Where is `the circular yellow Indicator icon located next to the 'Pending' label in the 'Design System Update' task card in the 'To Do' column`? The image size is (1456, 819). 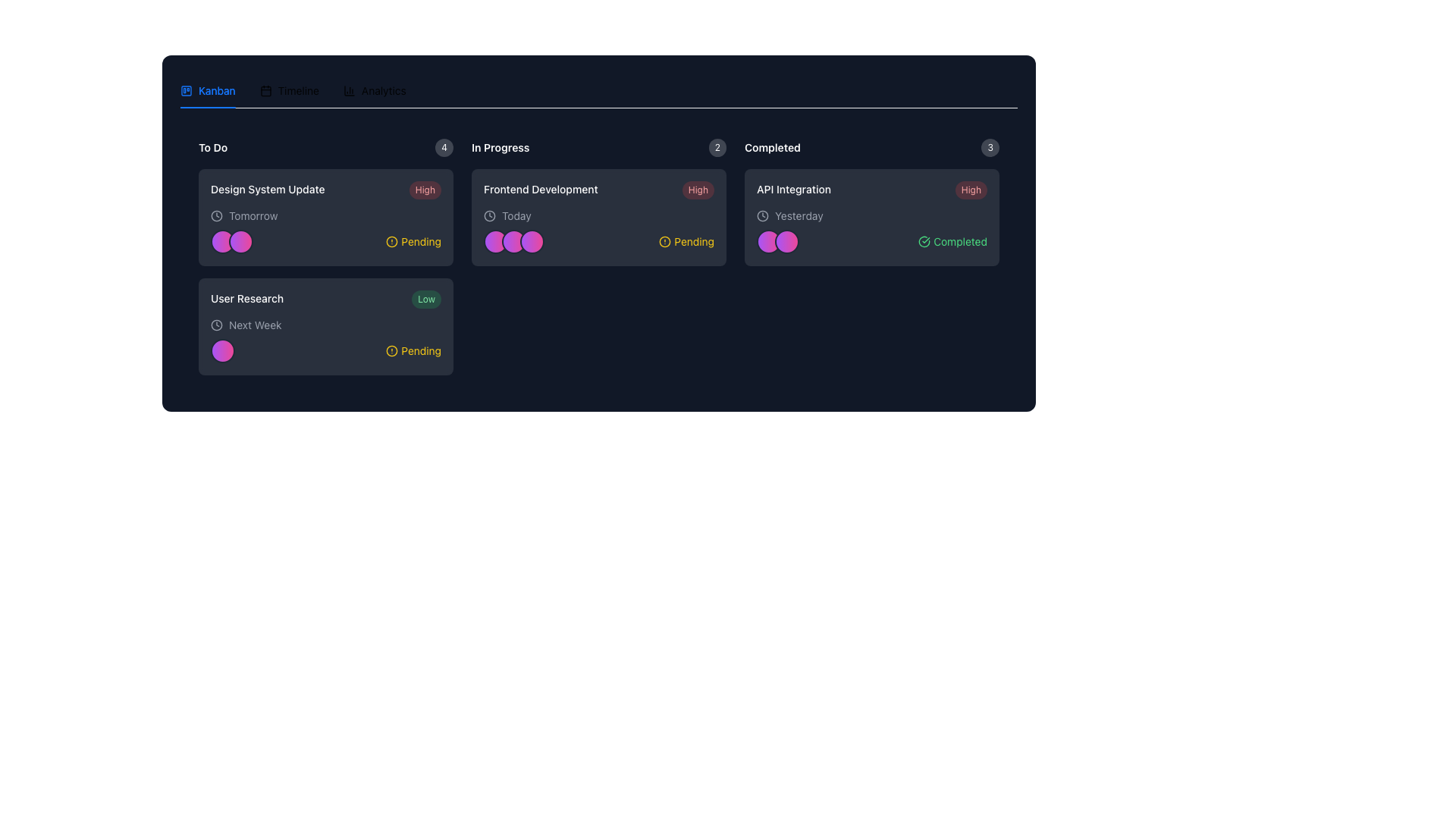
the circular yellow Indicator icon located next to the 'Pending' label in the 'Design System Update' task card in the 'To Do' column is located at coordinates (392, 241).